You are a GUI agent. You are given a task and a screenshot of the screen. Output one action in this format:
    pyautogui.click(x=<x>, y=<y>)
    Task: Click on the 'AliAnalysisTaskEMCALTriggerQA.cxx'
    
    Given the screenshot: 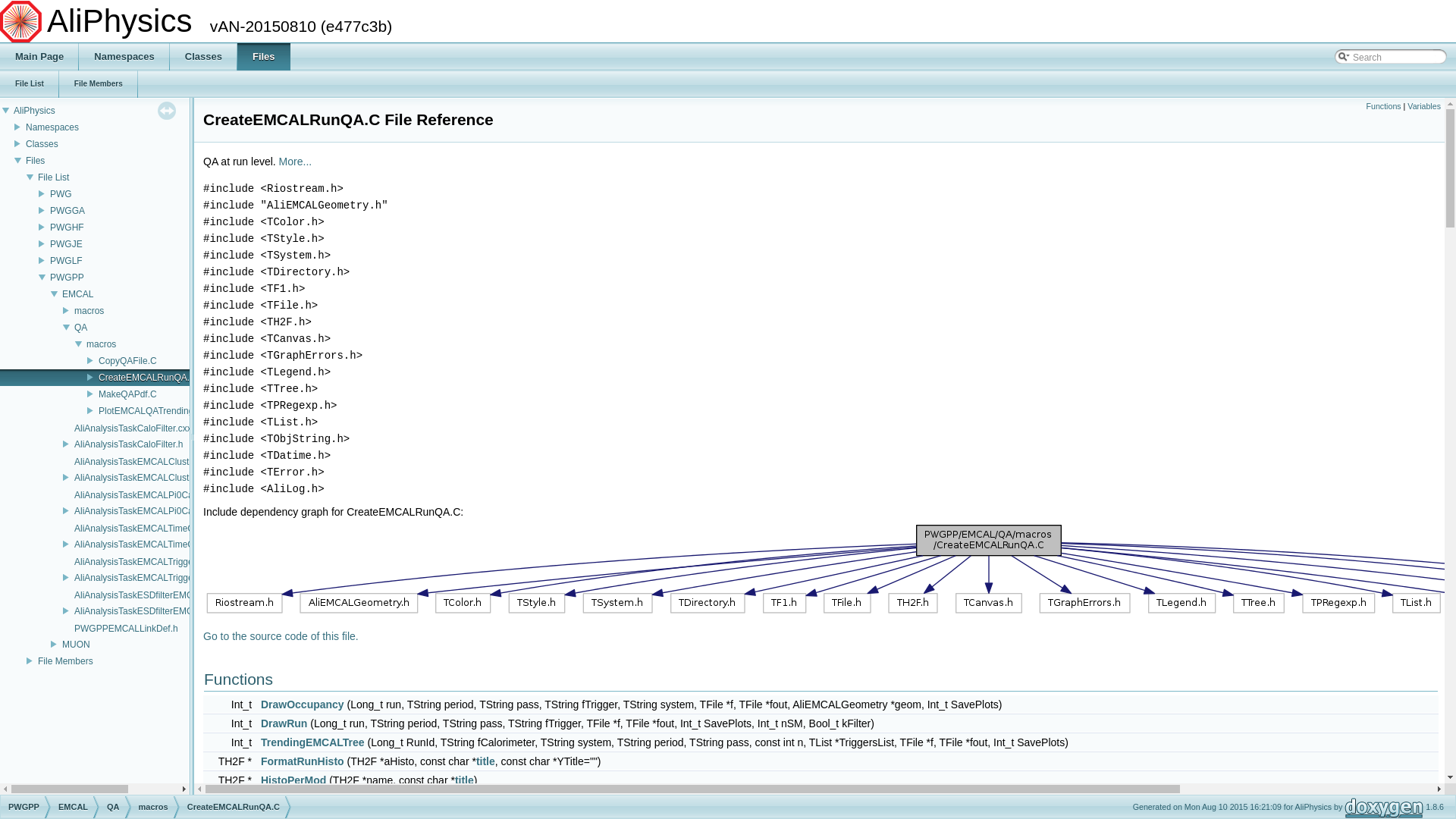 What is the action you would take?
    pyautogui.click(x=149, y=561)
    